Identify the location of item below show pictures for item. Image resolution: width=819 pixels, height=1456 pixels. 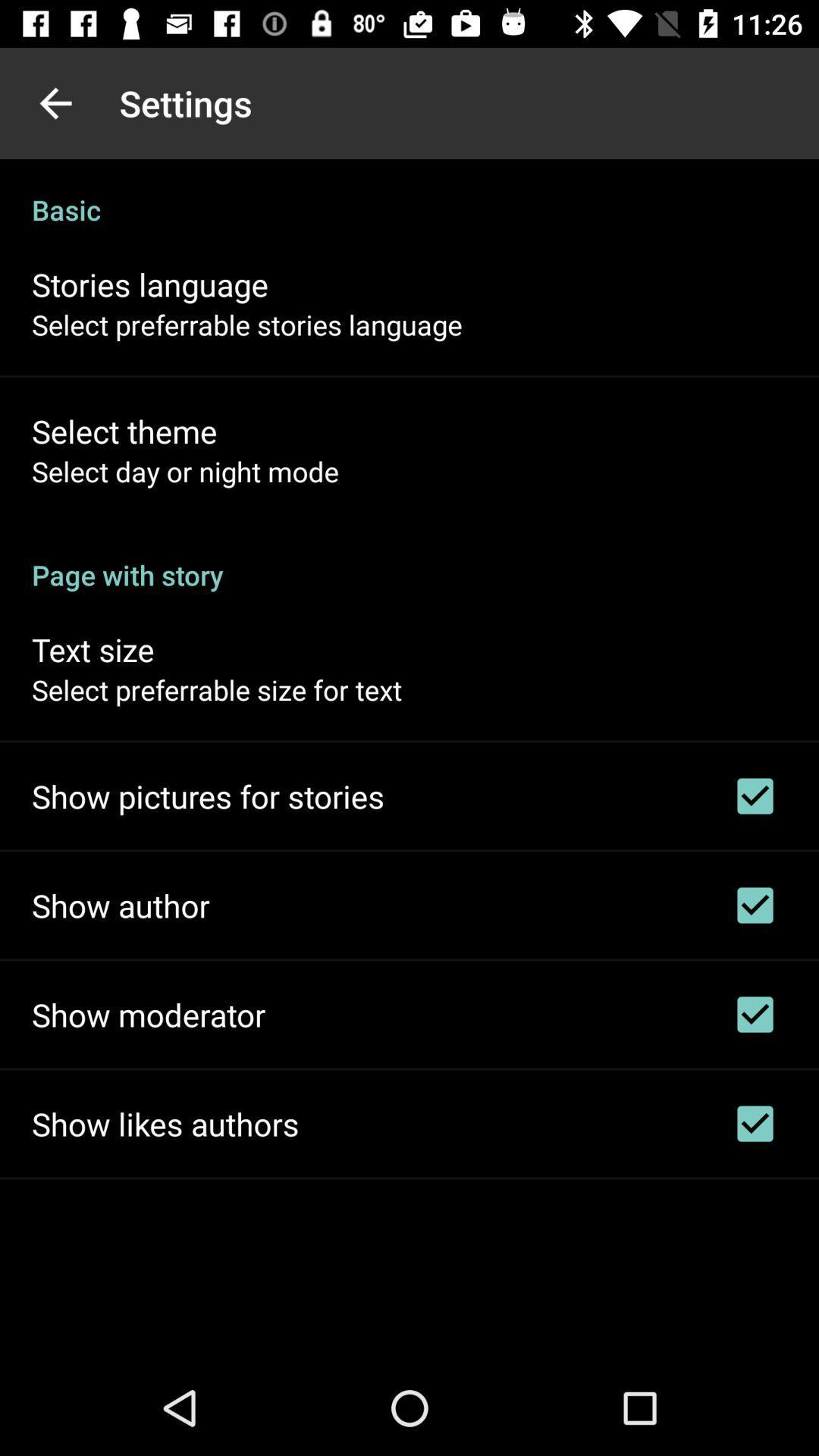
(120, 905).